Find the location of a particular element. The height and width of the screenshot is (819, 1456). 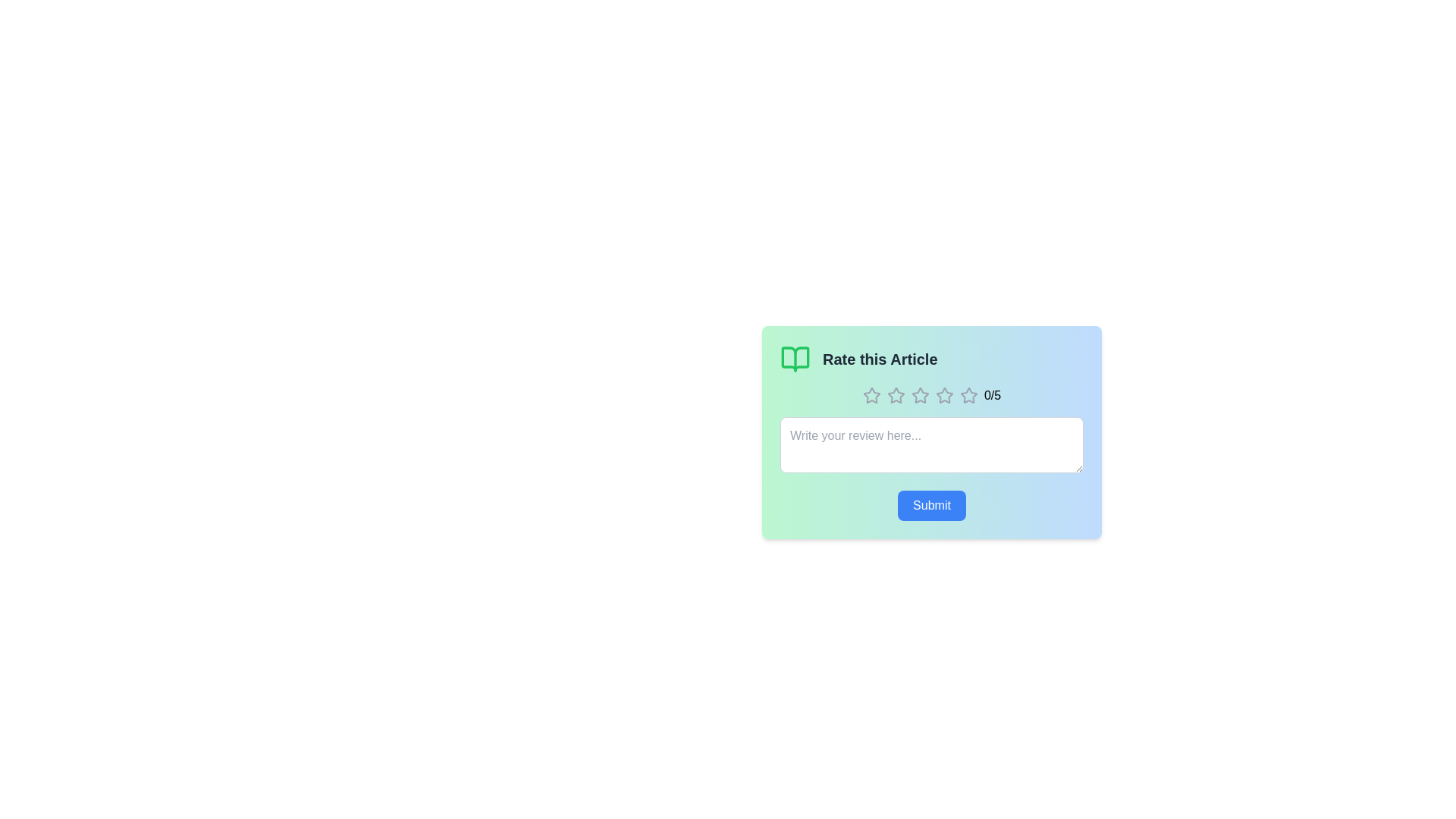

the star corresponding to the rating 5 is located at coordinates (968, 394).